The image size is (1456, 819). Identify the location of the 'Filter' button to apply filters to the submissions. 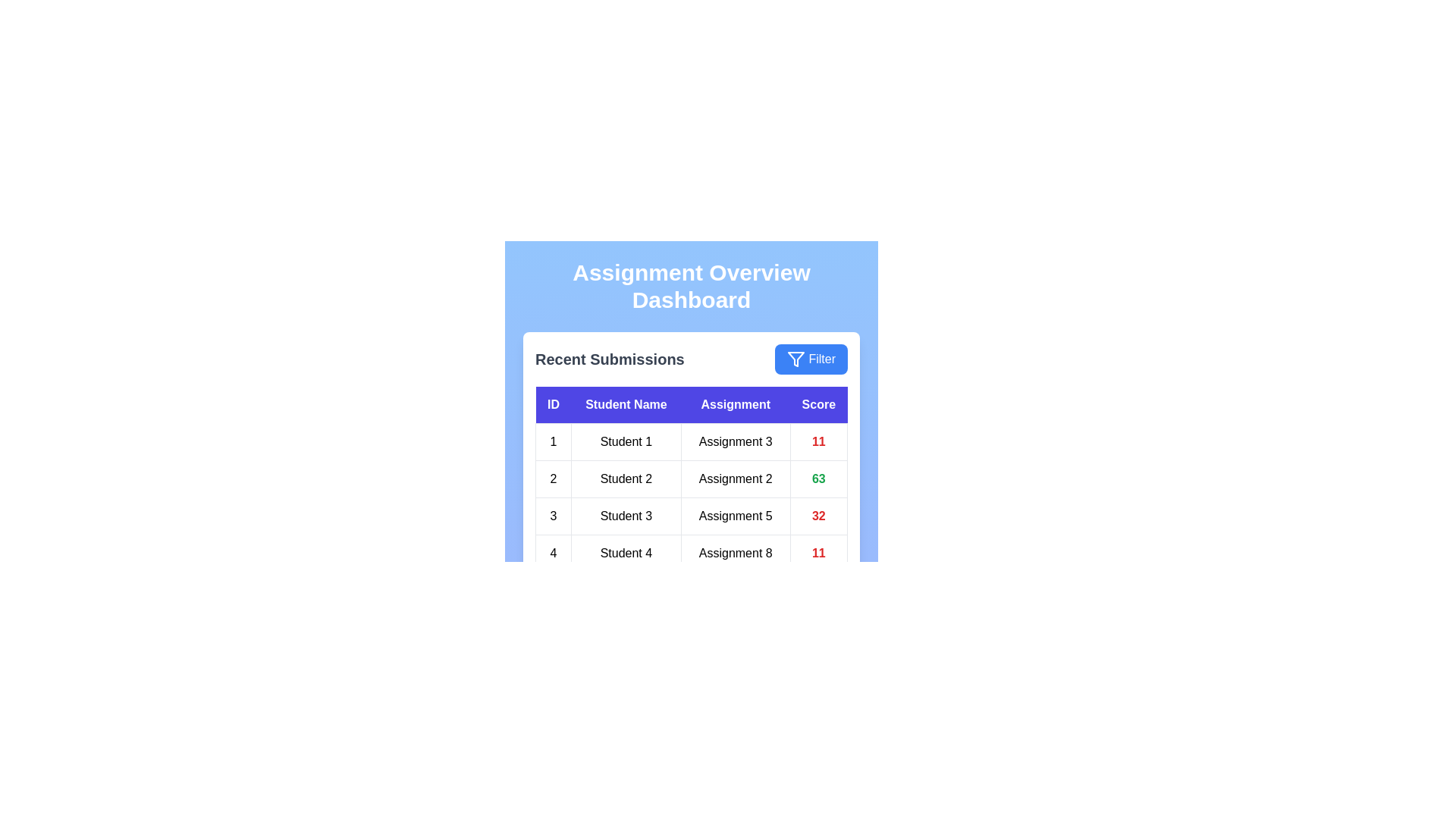
(811, 359).